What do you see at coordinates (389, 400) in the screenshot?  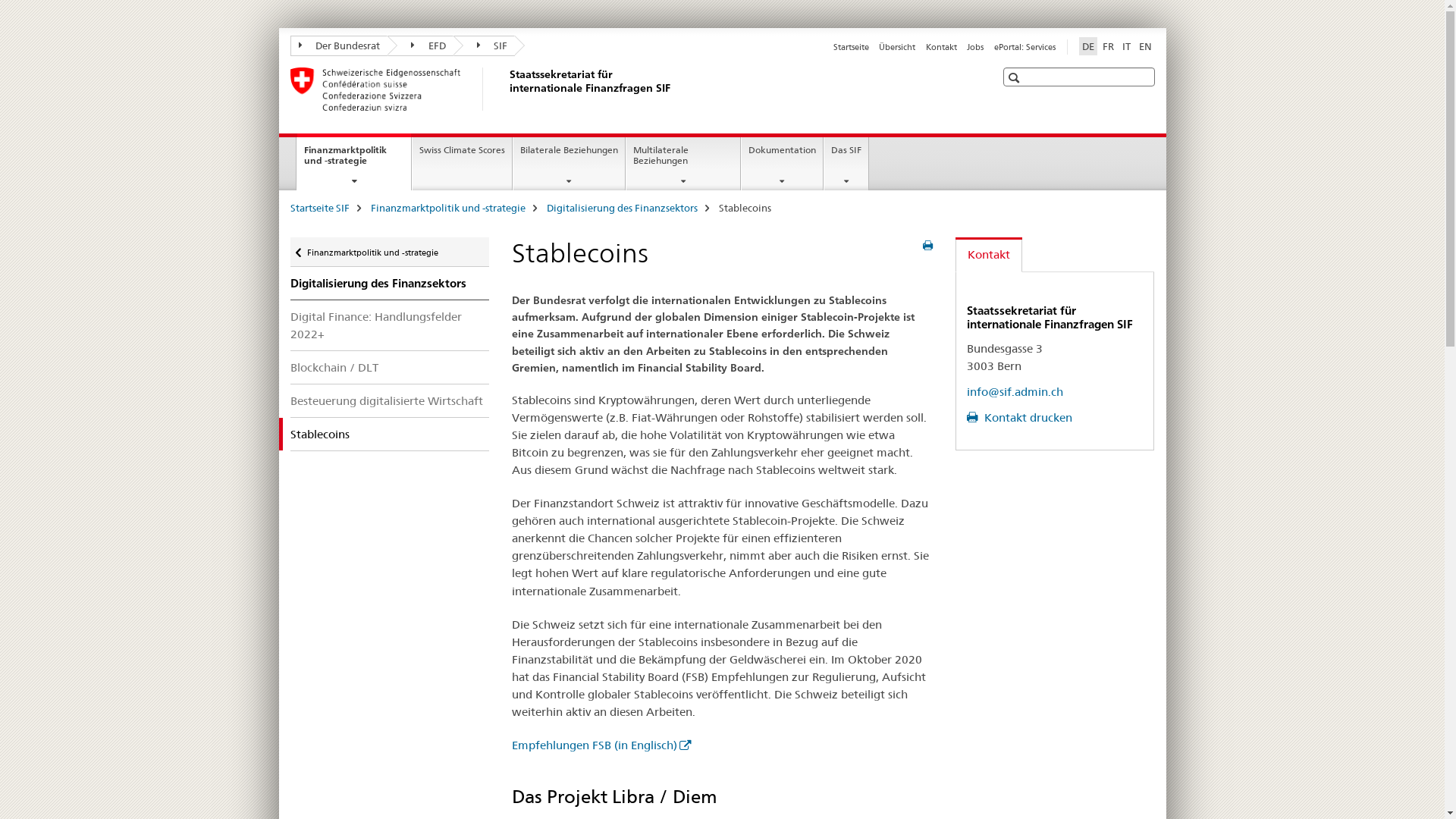 I see `'Besteuerung digitalisierte Wirtschaft'` at bounding box center [389, 400].